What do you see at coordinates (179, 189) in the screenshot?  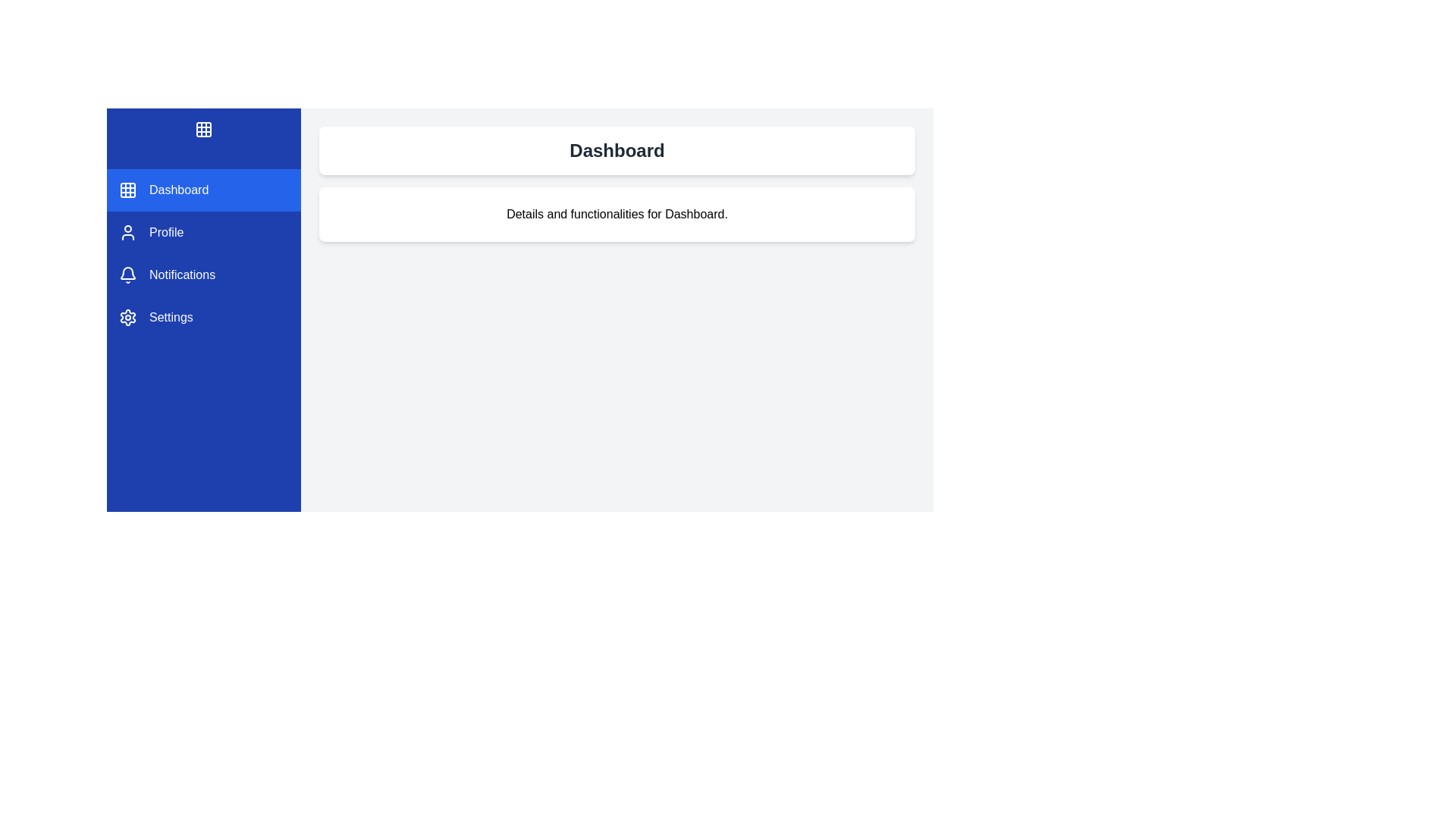 I see `the 'Dashboard' text label in the vertical navigation panel` at bounding box center [179, 189].